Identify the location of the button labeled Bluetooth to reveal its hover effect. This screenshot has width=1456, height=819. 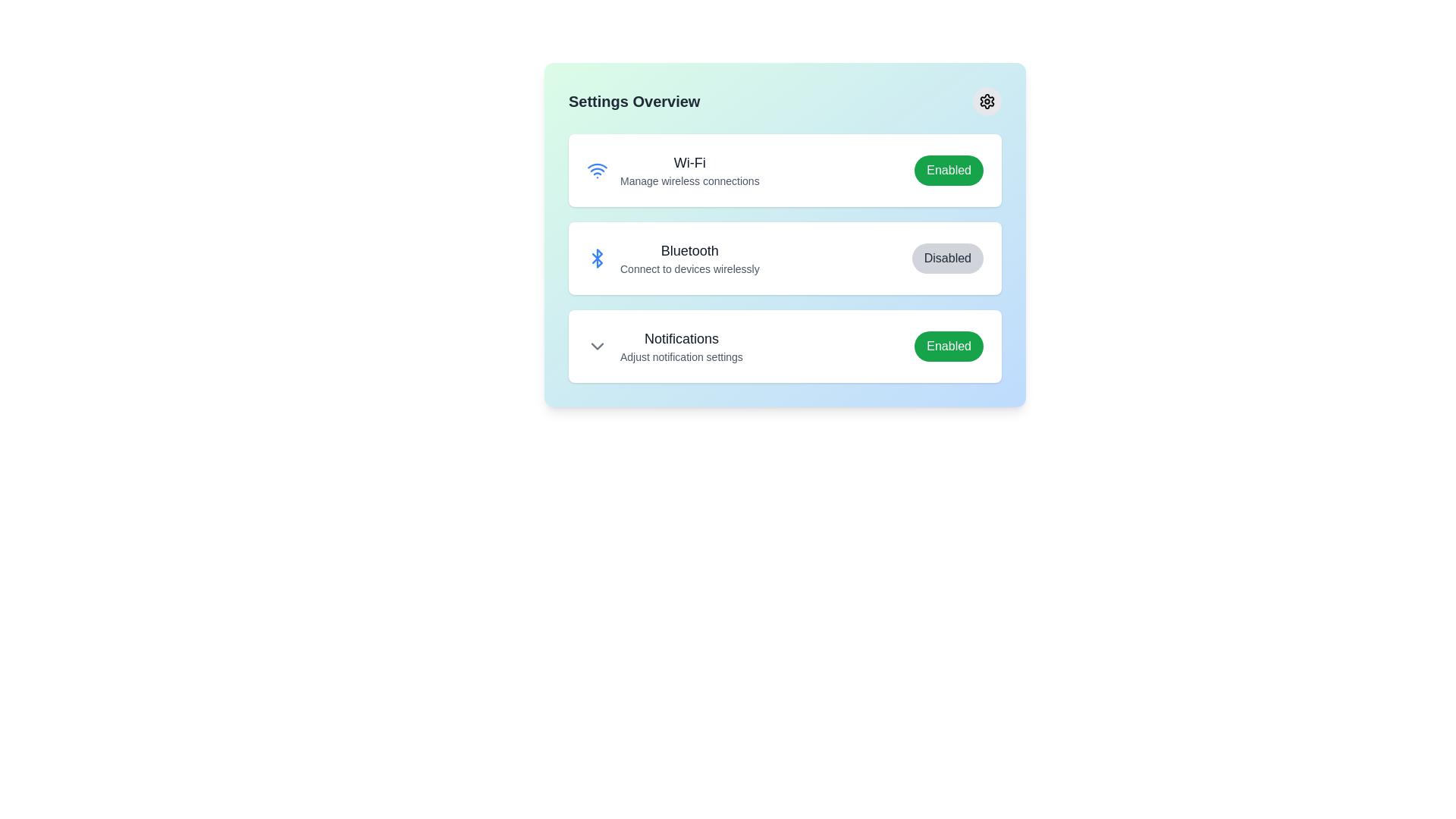
(946, 257).